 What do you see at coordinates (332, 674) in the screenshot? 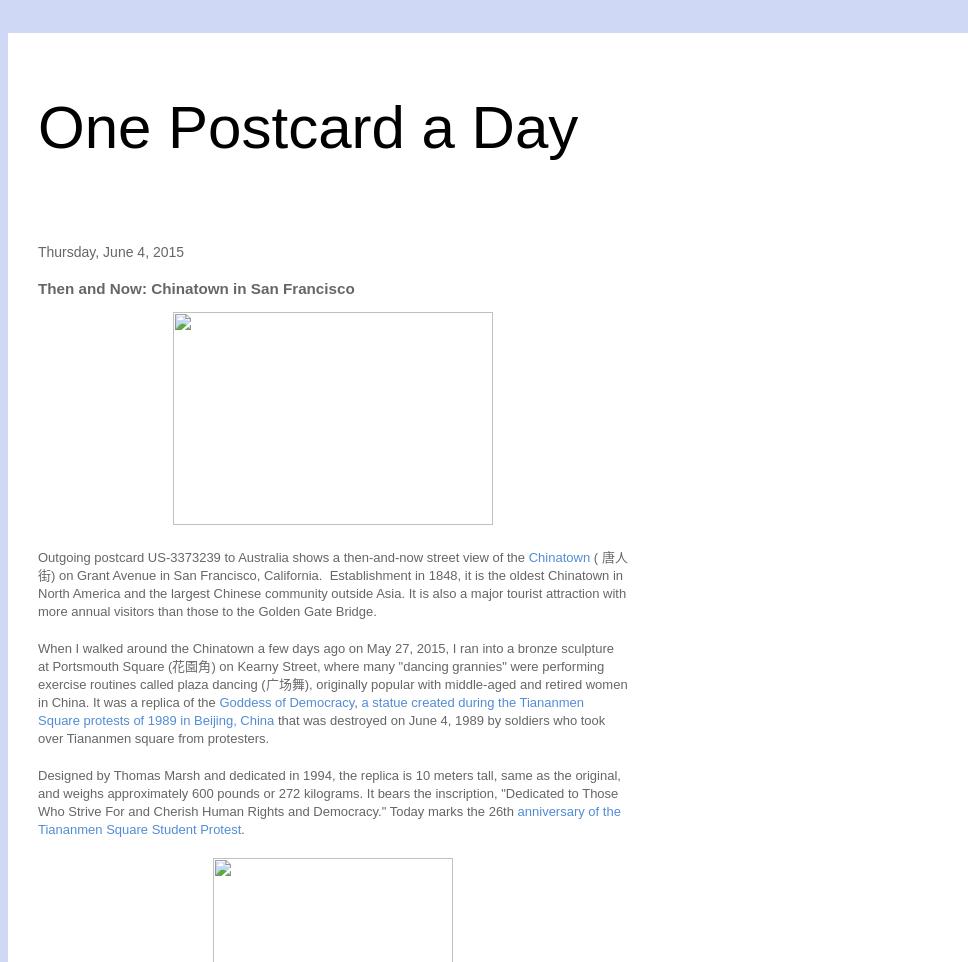
I see `'When I walked around the Chinatown a few days ago on May 27, 2015, I ran into a bronze sculpture at Portsmouth Square (花園角) on Kearny Street, where many "dancing grannies" were performing exercise routines called plaza dancing (广场舞), originally popular with middle-aged and retired women in China. It was a replica of the'` at bounding box center [332, 674].